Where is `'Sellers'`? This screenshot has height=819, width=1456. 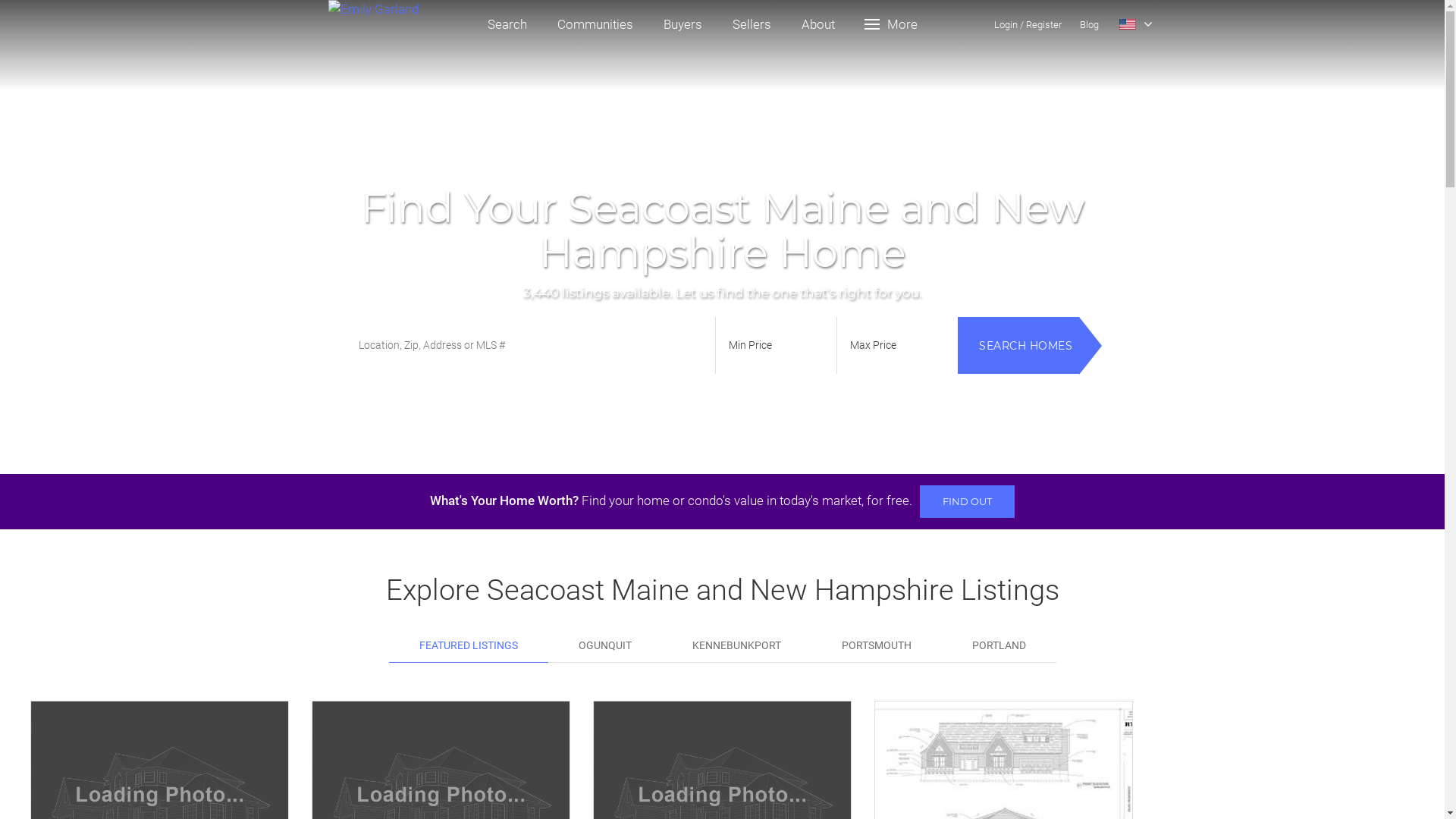 'Sellers' is located at coordinates (716, 24).